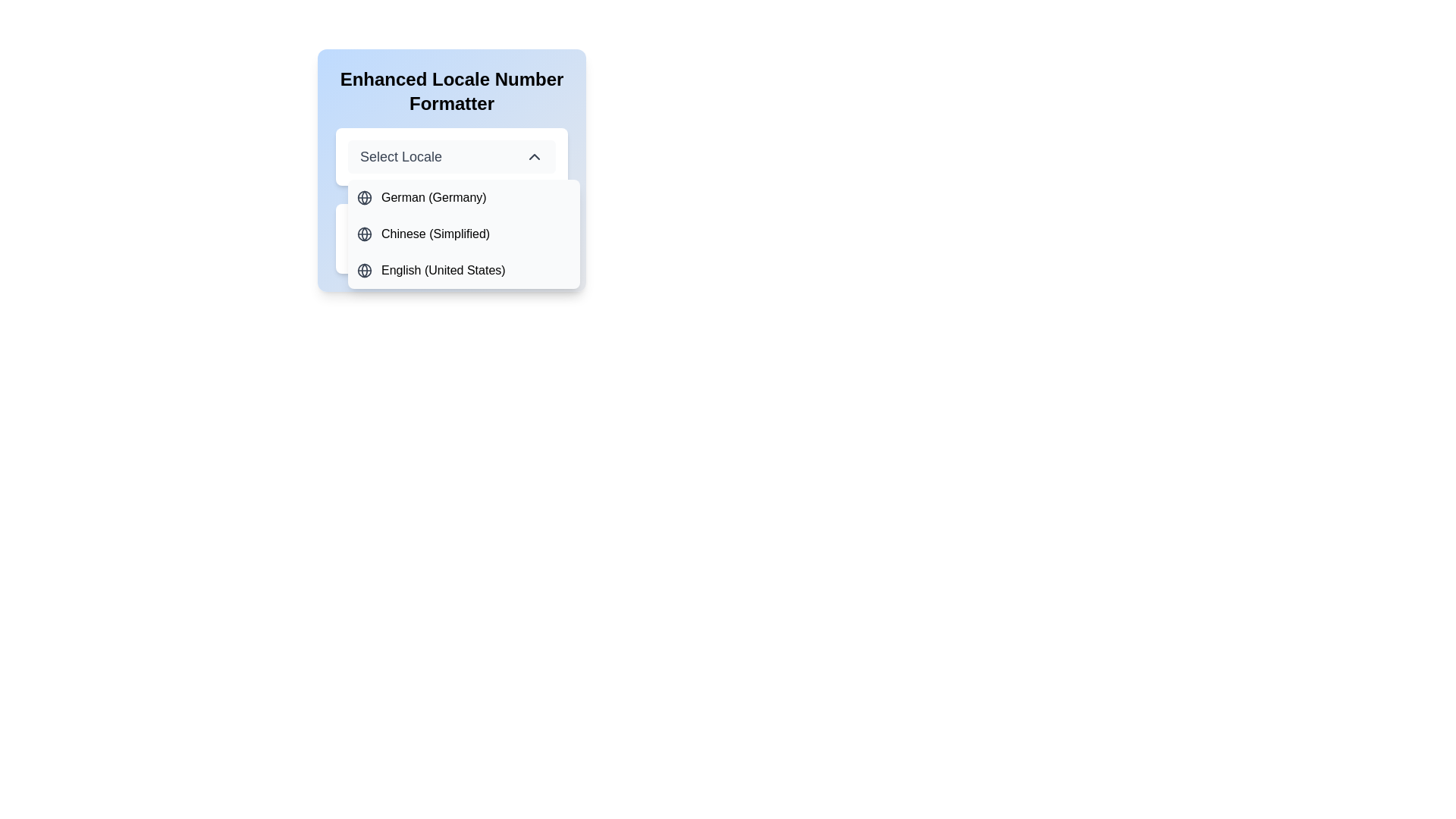  I want to click on the SVG Circle that represents the globe icon next to the 'German (Germany)' option in the dropdown menu, so click(364, 197).